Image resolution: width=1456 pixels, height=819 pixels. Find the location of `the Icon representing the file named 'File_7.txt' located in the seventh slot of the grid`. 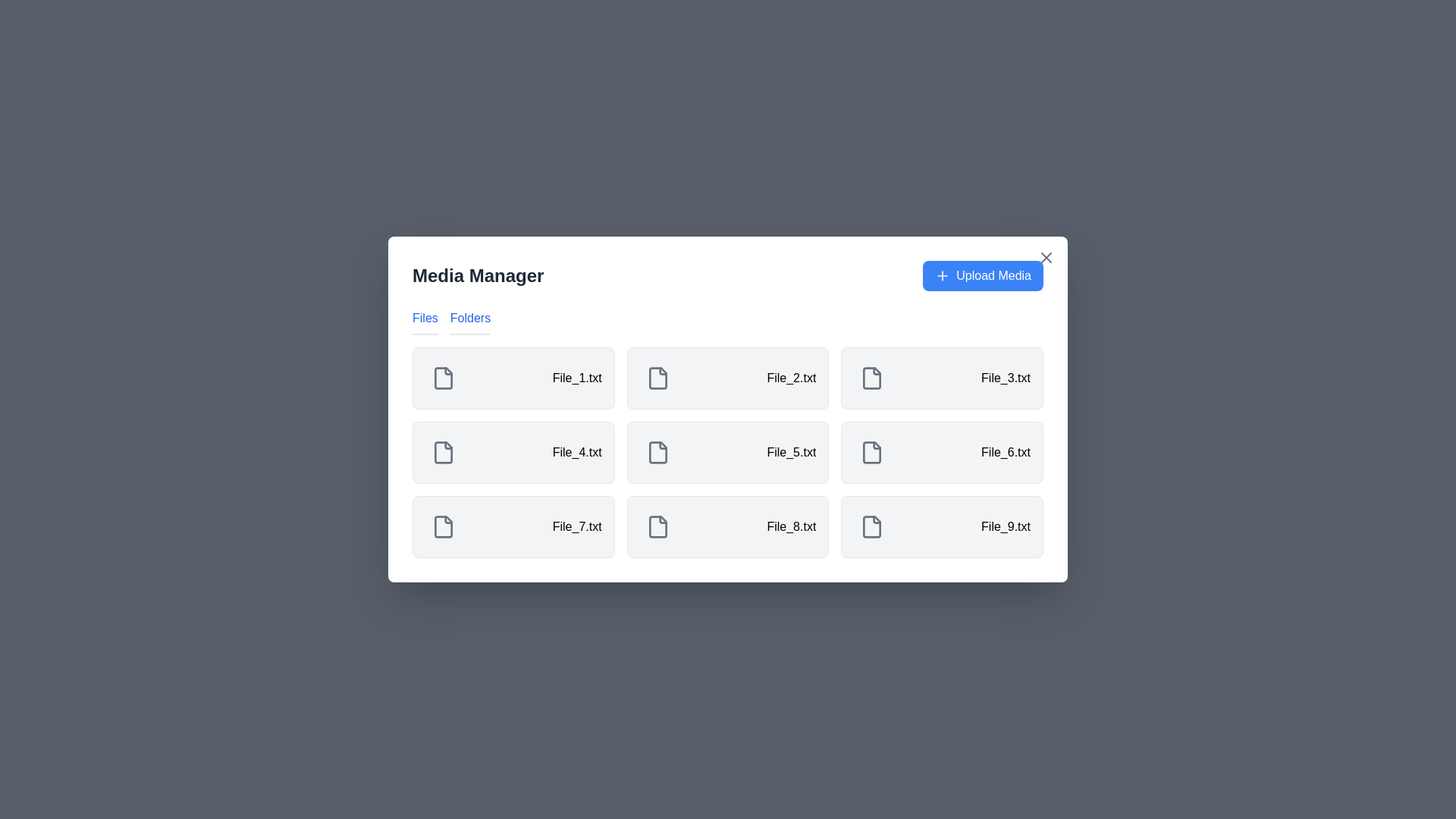

the Icon representing the file named 'File_7.txt' located in the seventh slot of the grid is located at coordinates (443, 526).